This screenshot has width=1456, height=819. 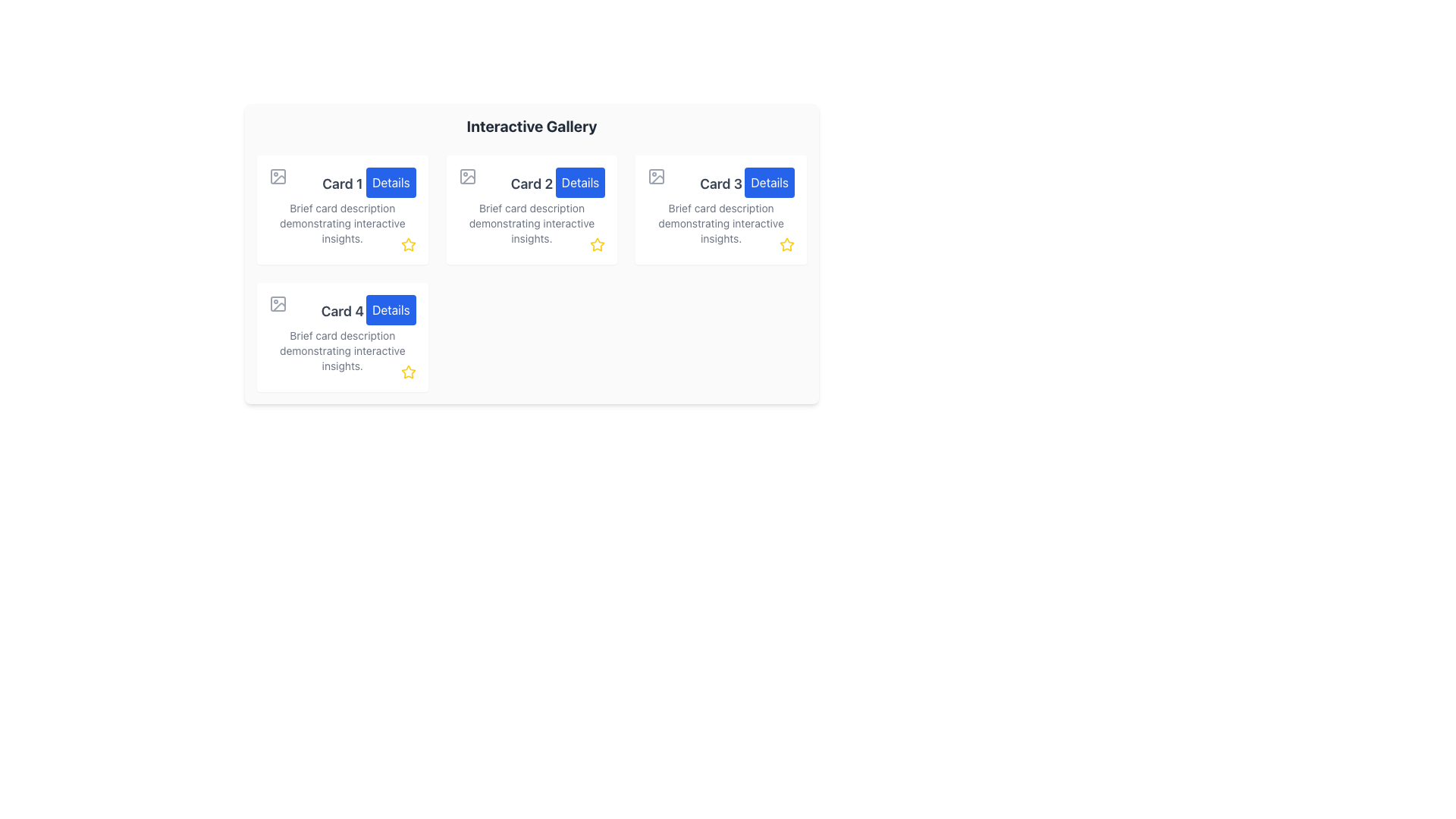 What do you see at coordinates (278, 304) in the screenshot?
I see `the small gray icon resembling a minimalist image placeholder located at the top-left corner of 'Card 4'` at bounding box center [278, 304].